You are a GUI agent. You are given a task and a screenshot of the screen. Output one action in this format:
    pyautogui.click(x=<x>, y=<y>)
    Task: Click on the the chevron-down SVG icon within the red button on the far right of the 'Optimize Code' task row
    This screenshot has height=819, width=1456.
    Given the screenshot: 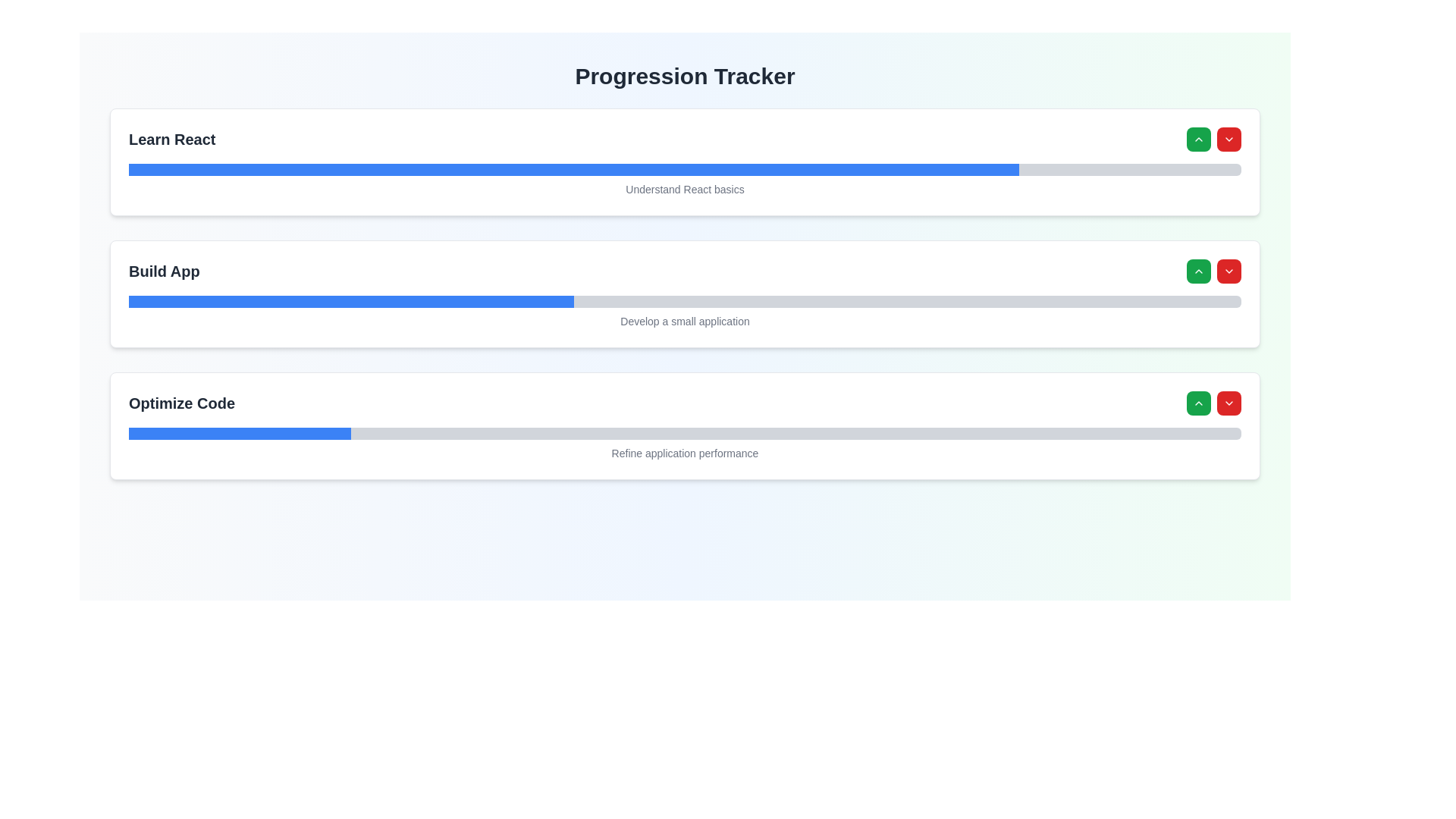 What is the action you would take?
    pyautogui.click(x=1229, y=403)
    